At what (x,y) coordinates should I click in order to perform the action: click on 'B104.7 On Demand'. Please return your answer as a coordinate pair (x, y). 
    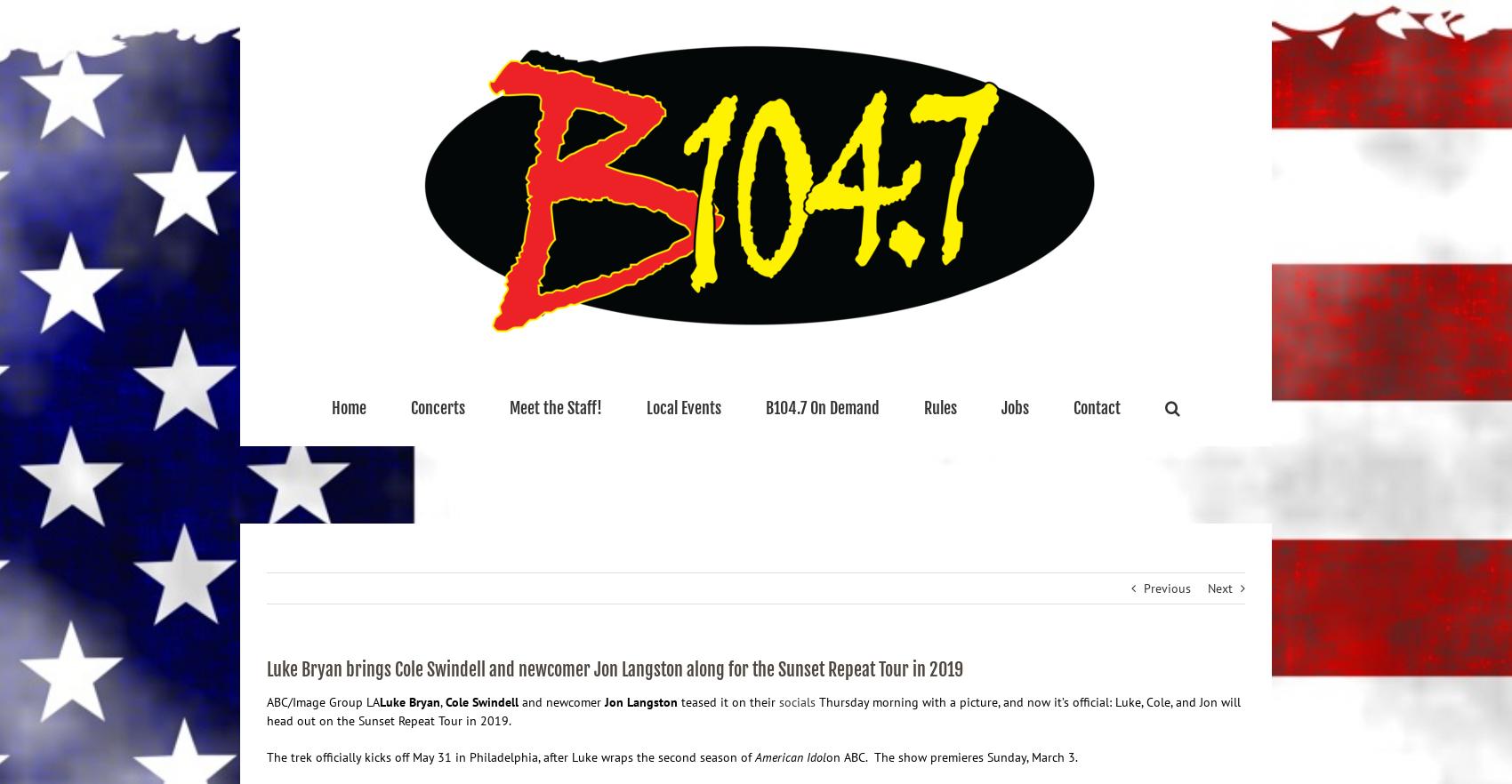
    Looking at the image, I should click on (822, 407).